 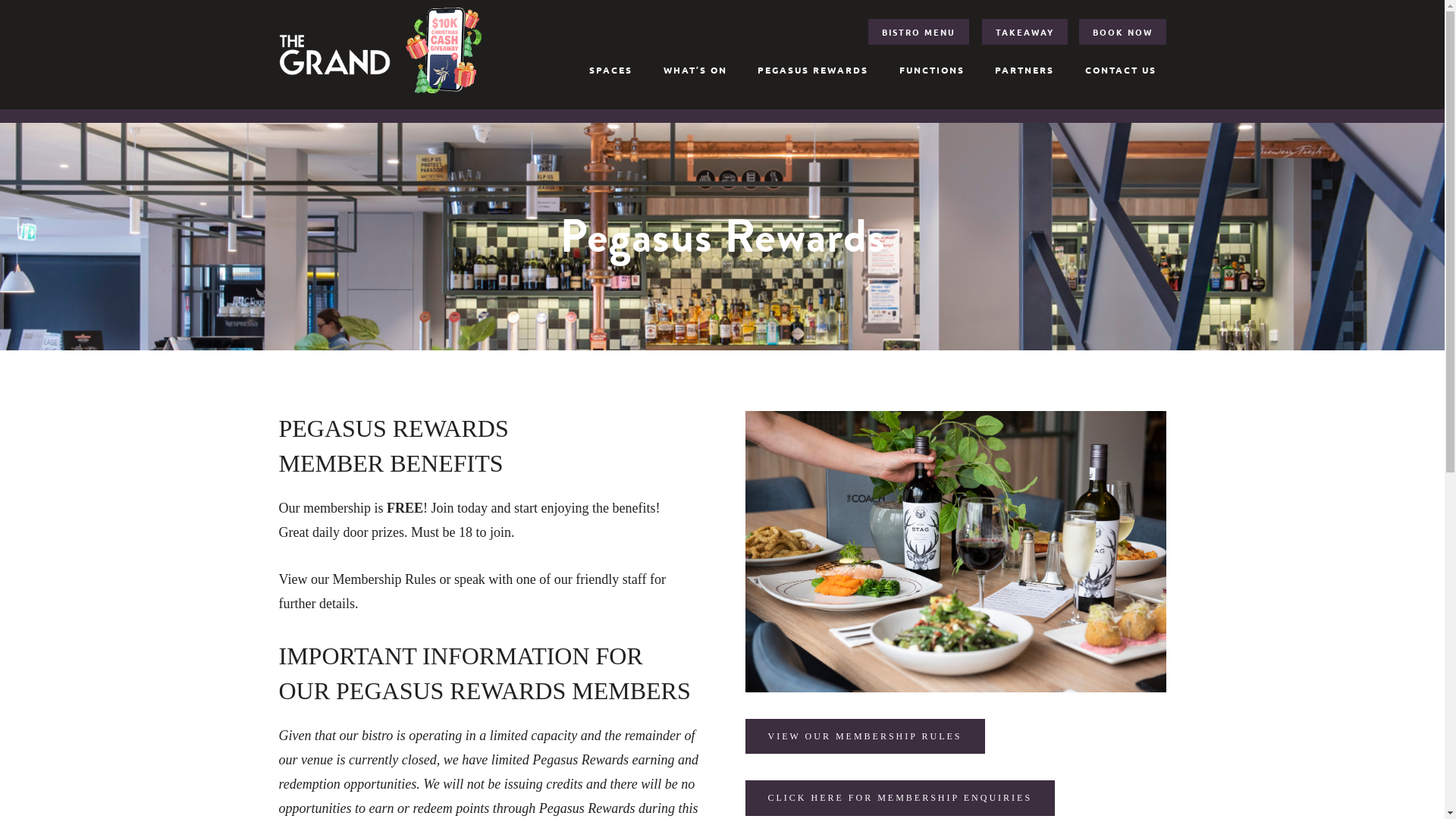 What do you see at coordinates (811, 70) in the screenshot?
I see `'PEGASUS REWARDS'` at bounding box center [811, 70].